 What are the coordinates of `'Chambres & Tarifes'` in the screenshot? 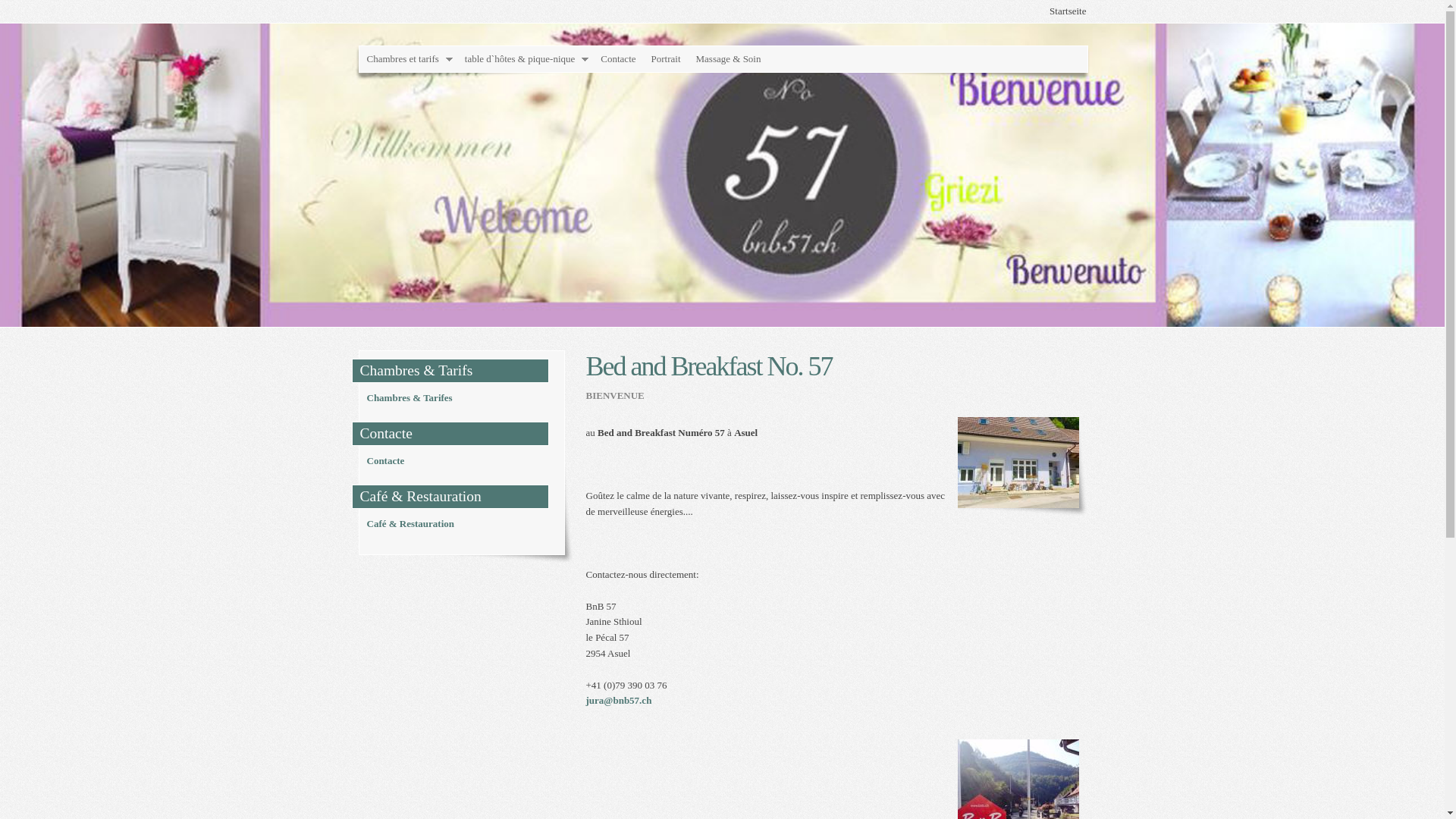 It's located at (409, 397).